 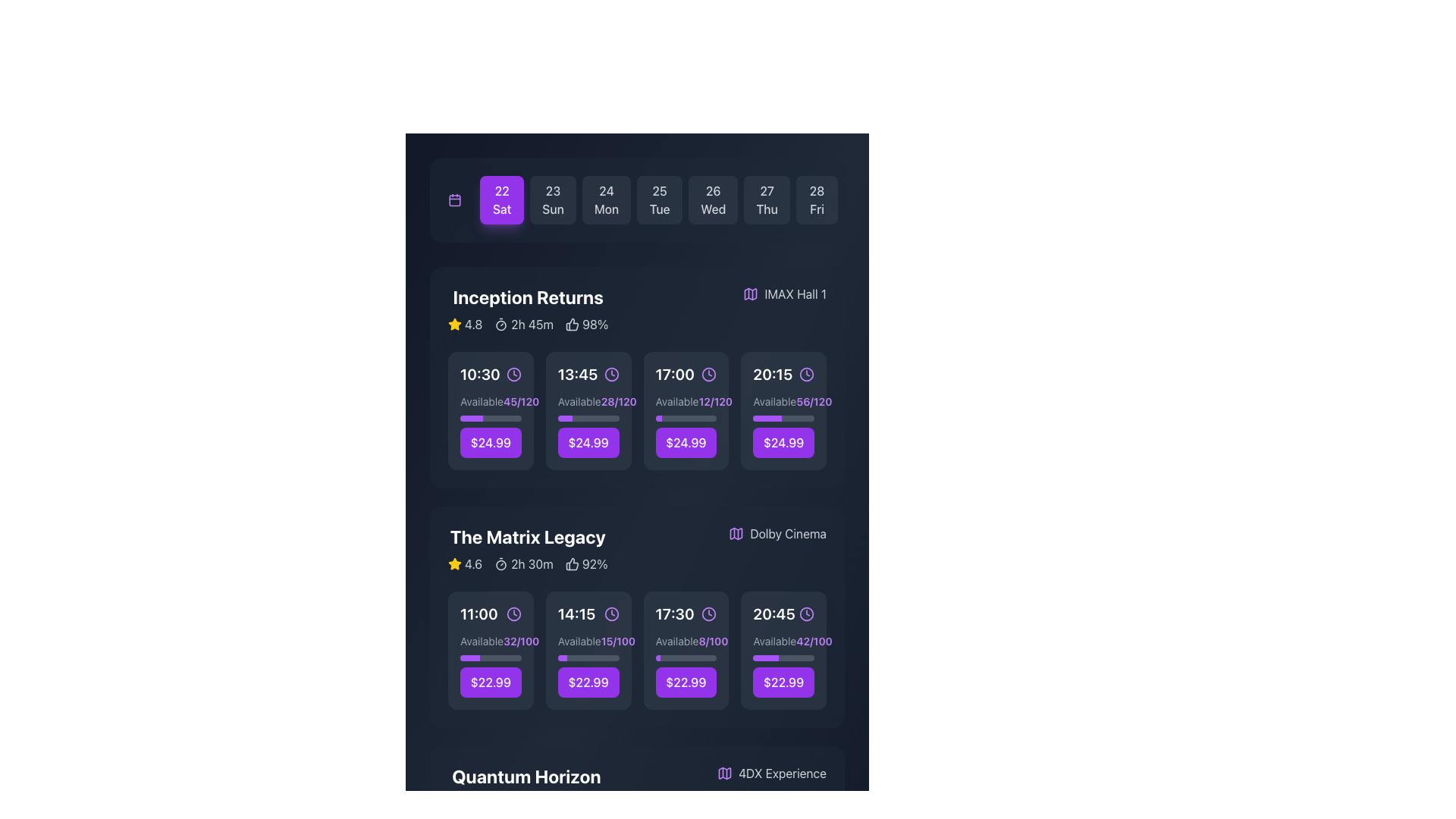 I want to click on the 'Select Seats' button with a purple background and white text for accessibility navigation, so click(x=491, y=411).